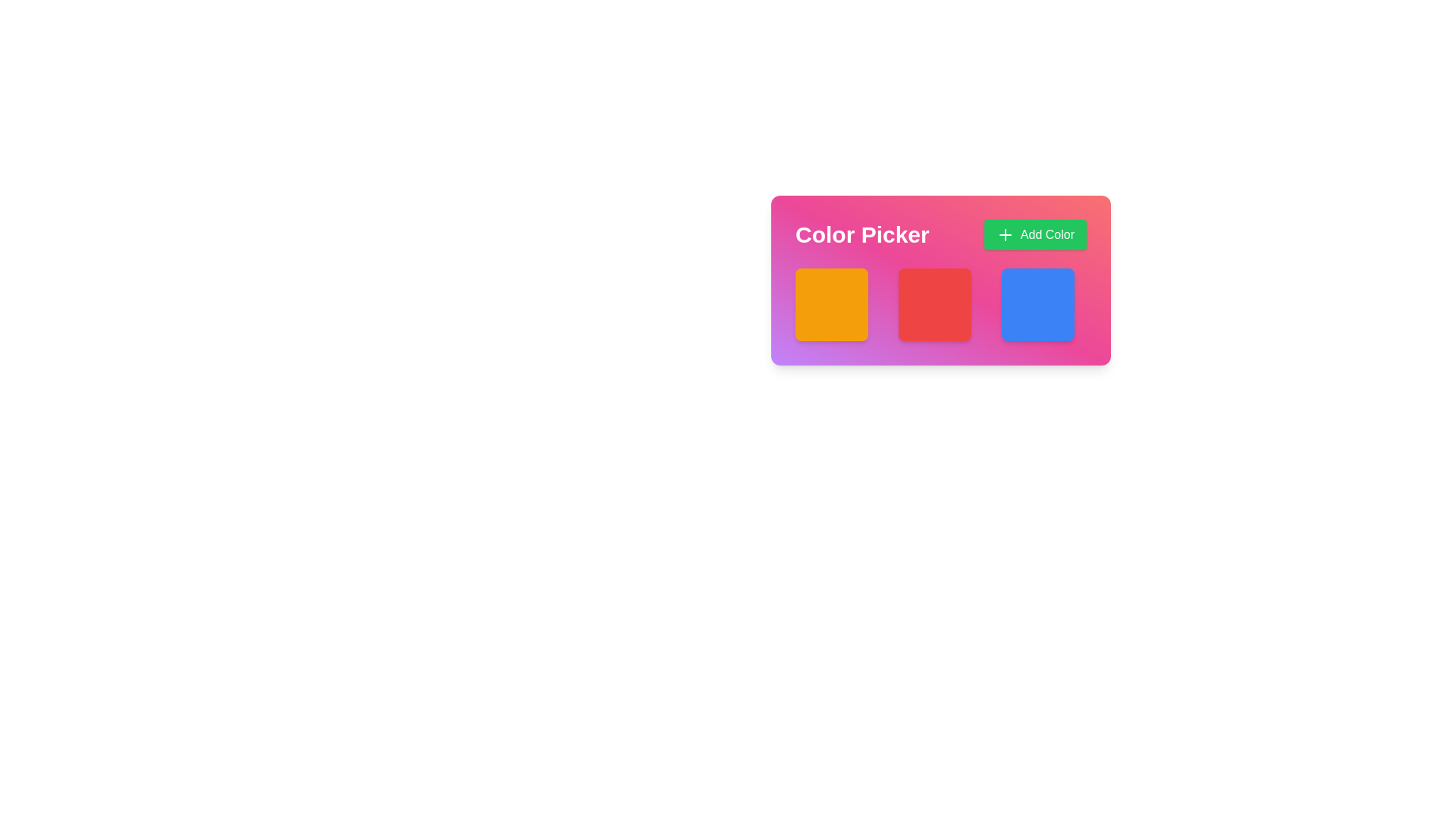 The width and height of the screenshot is (1456, 819). Describe the element at coordinates (1072, 281) in the screenshot. I see `the delete button located at the top-right corner of the rightmost blue square` at that location.